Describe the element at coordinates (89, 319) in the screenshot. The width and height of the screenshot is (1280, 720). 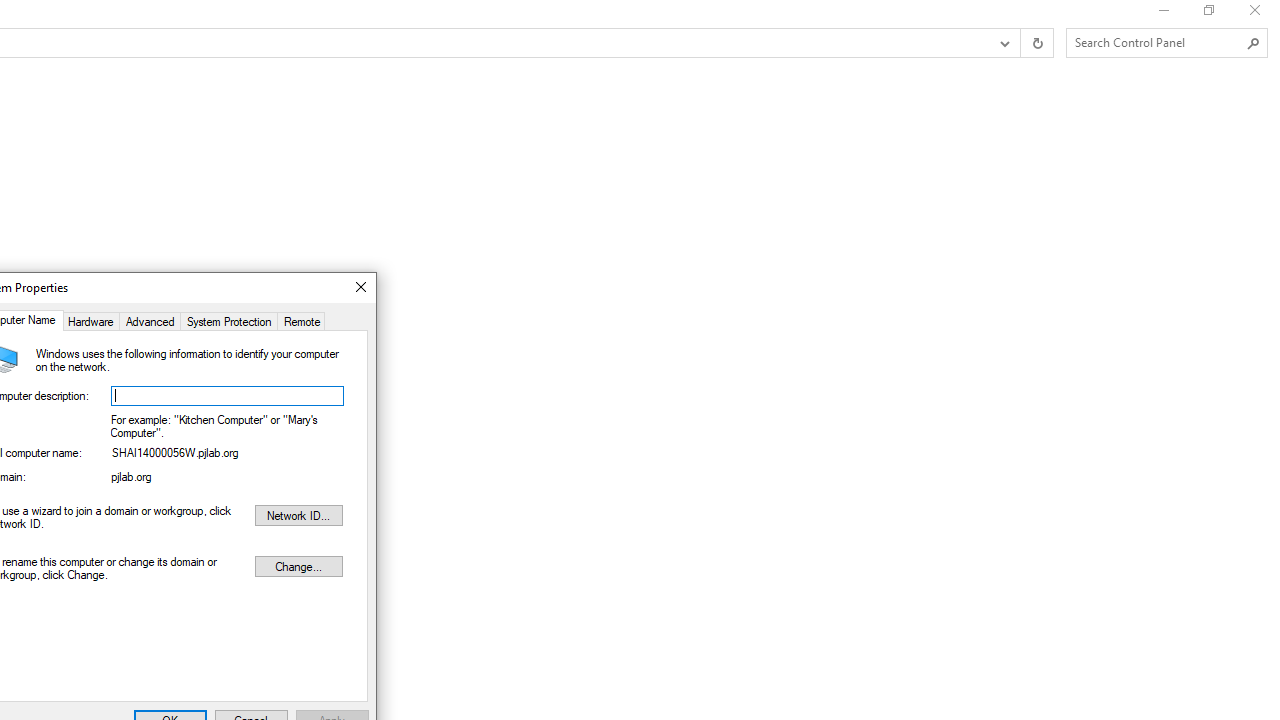
I see `'Hardware'` at that location.